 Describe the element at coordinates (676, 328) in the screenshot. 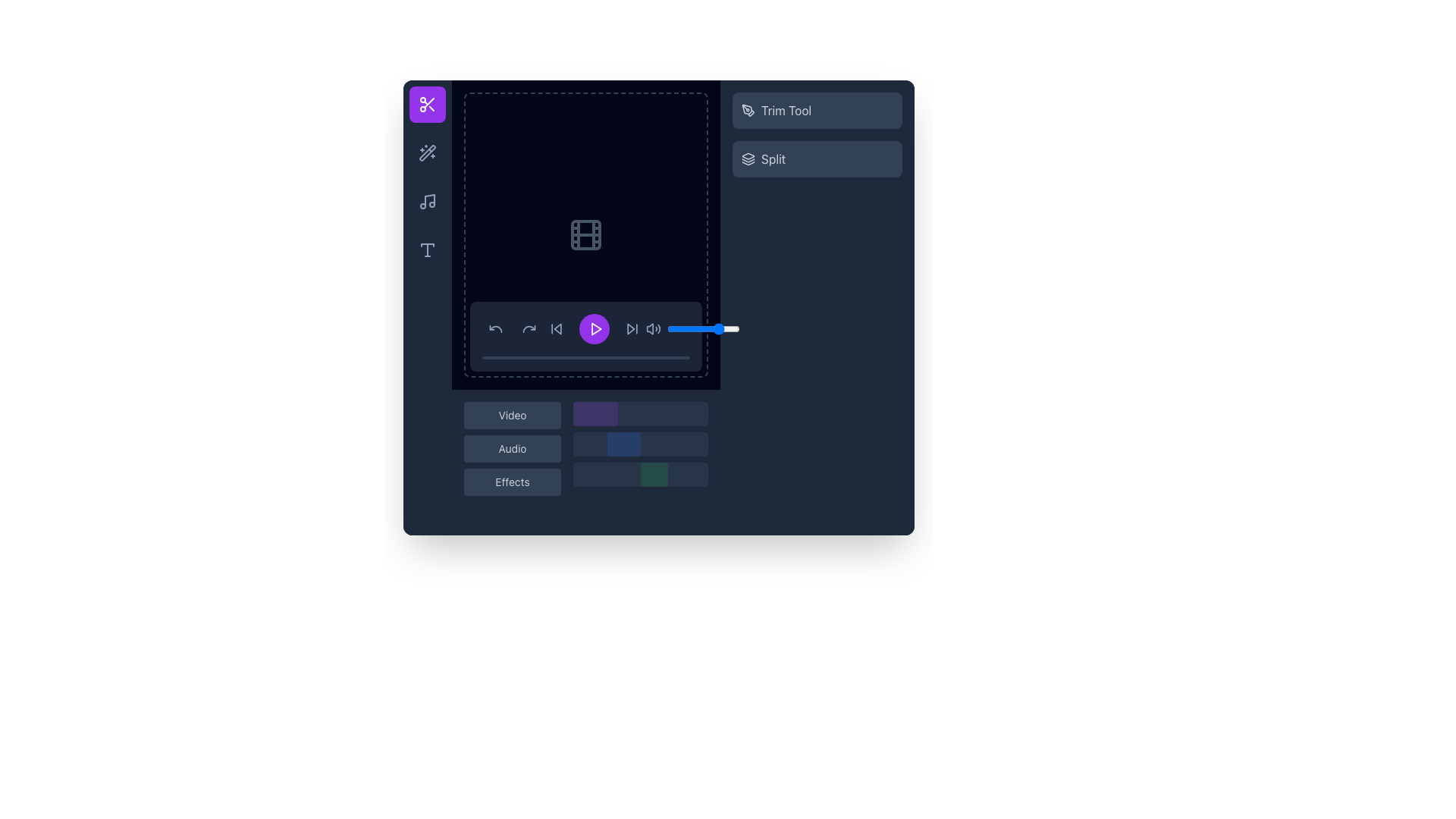

I see `the slider value` at that location.